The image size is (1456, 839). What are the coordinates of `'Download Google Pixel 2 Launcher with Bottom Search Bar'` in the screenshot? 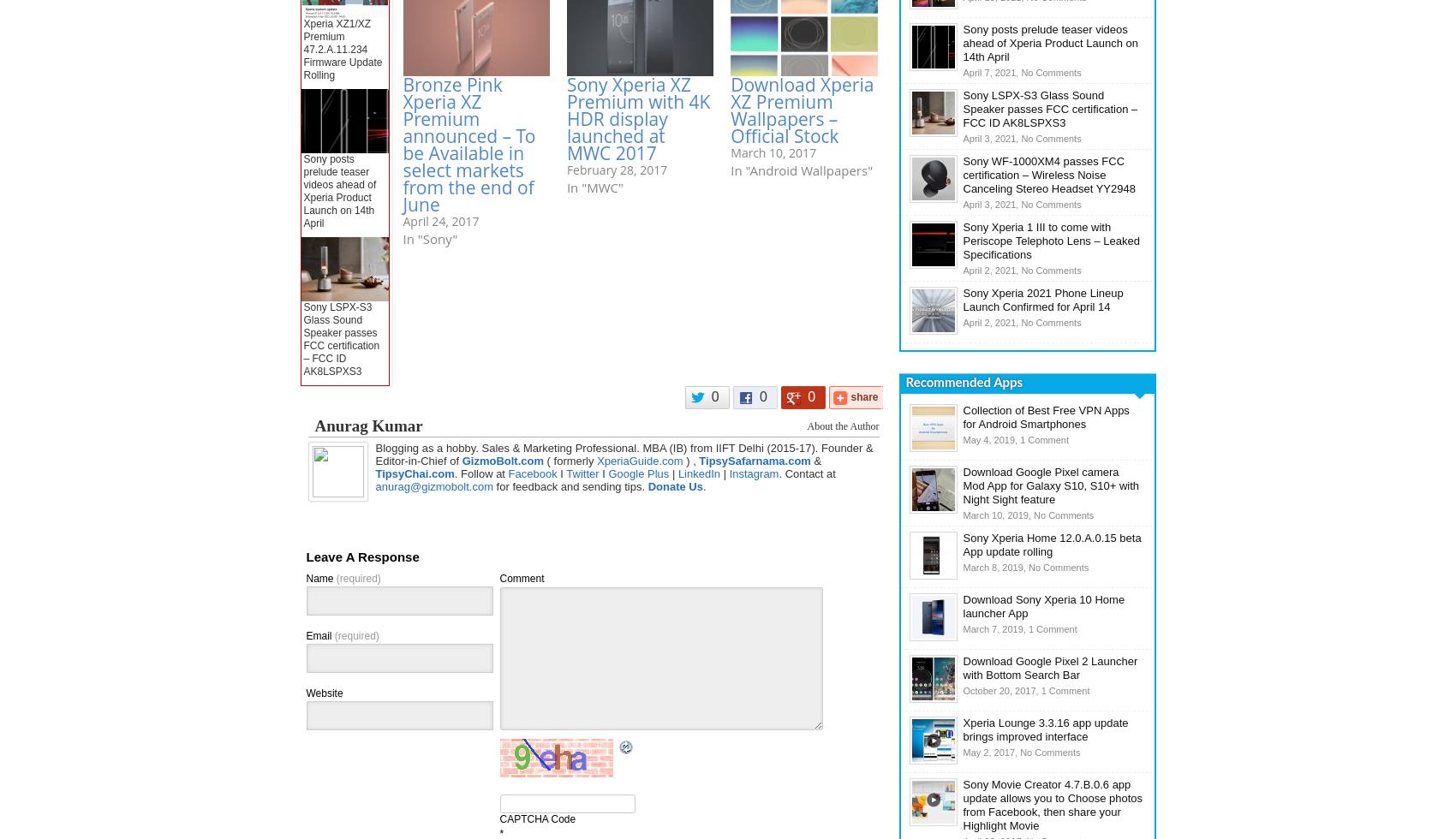 It's located at (1049, 668).